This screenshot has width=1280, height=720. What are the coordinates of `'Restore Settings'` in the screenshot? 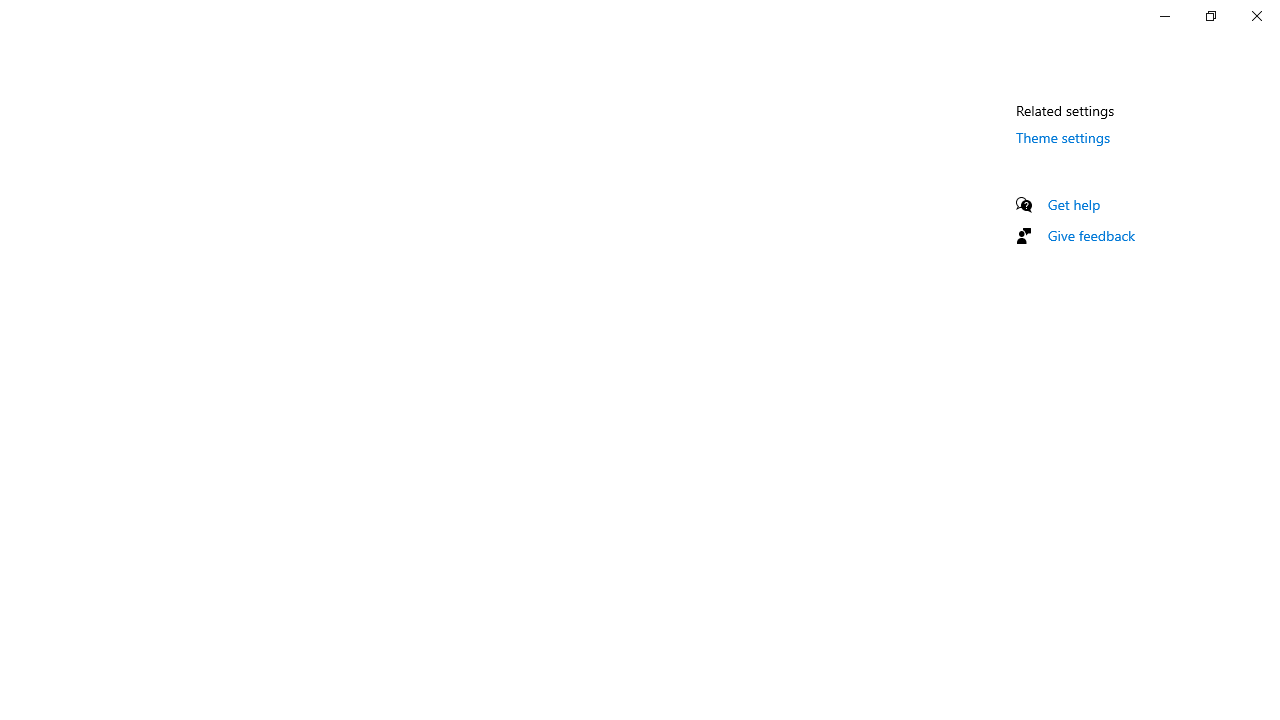 It's located at (1209, 15).